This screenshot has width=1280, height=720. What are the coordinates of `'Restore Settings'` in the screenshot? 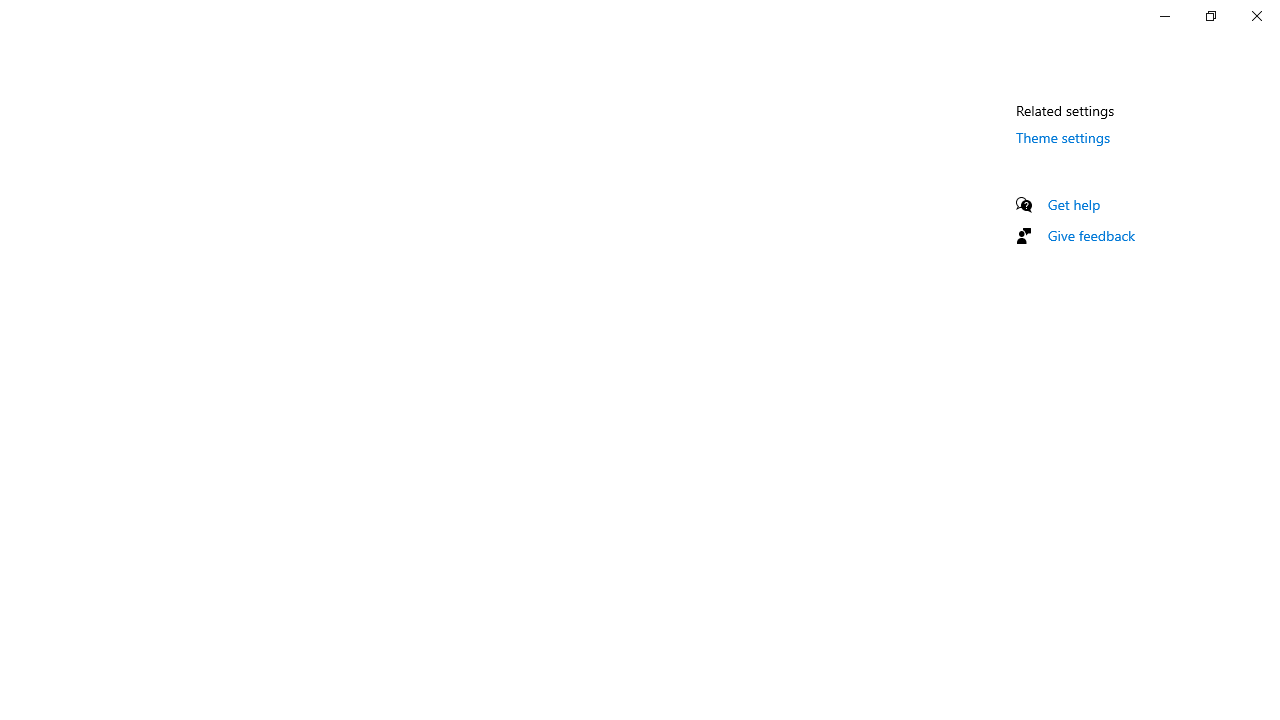 It's located at (1209, 15).